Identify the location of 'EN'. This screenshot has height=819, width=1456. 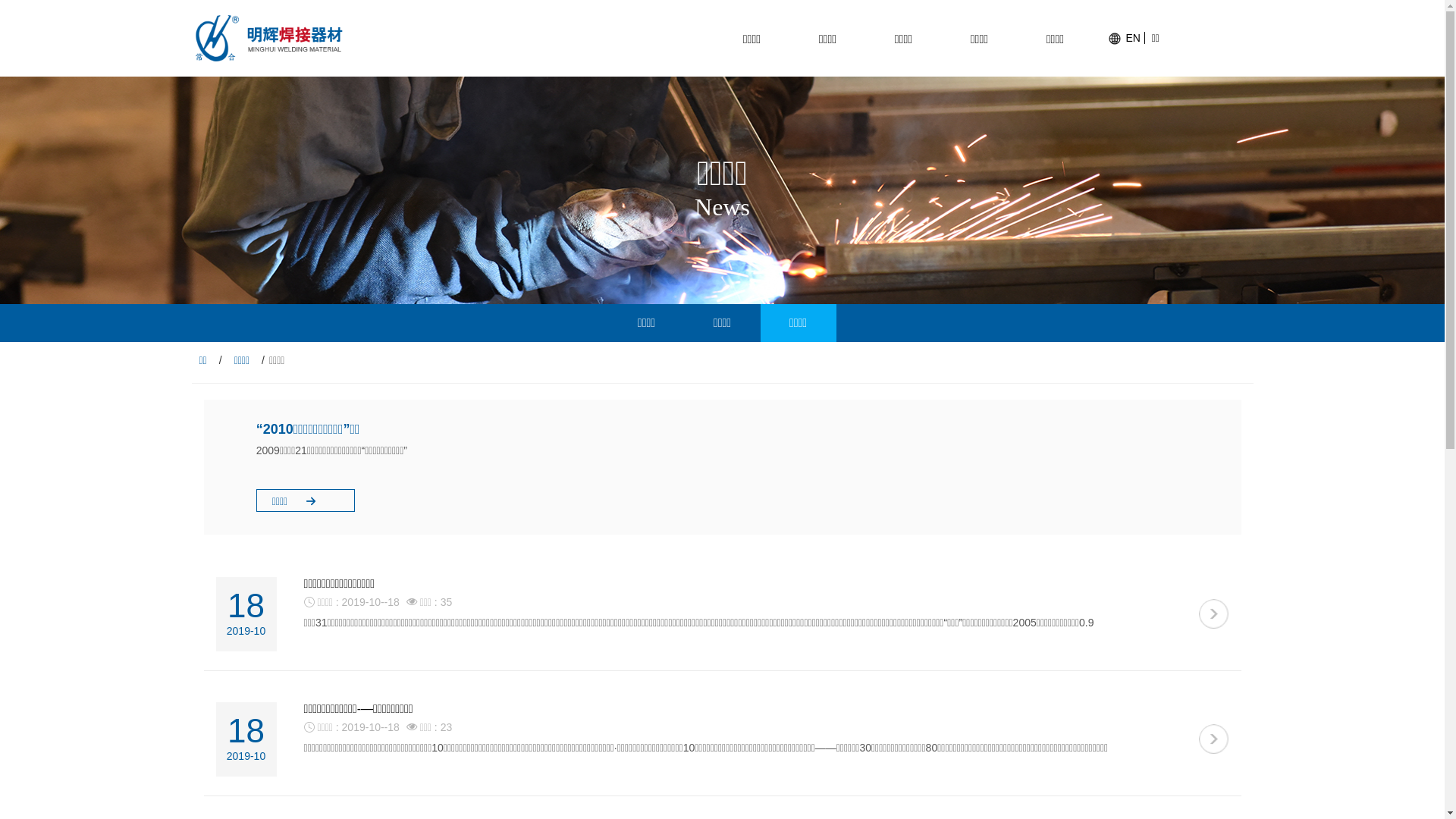
(1107, 37).